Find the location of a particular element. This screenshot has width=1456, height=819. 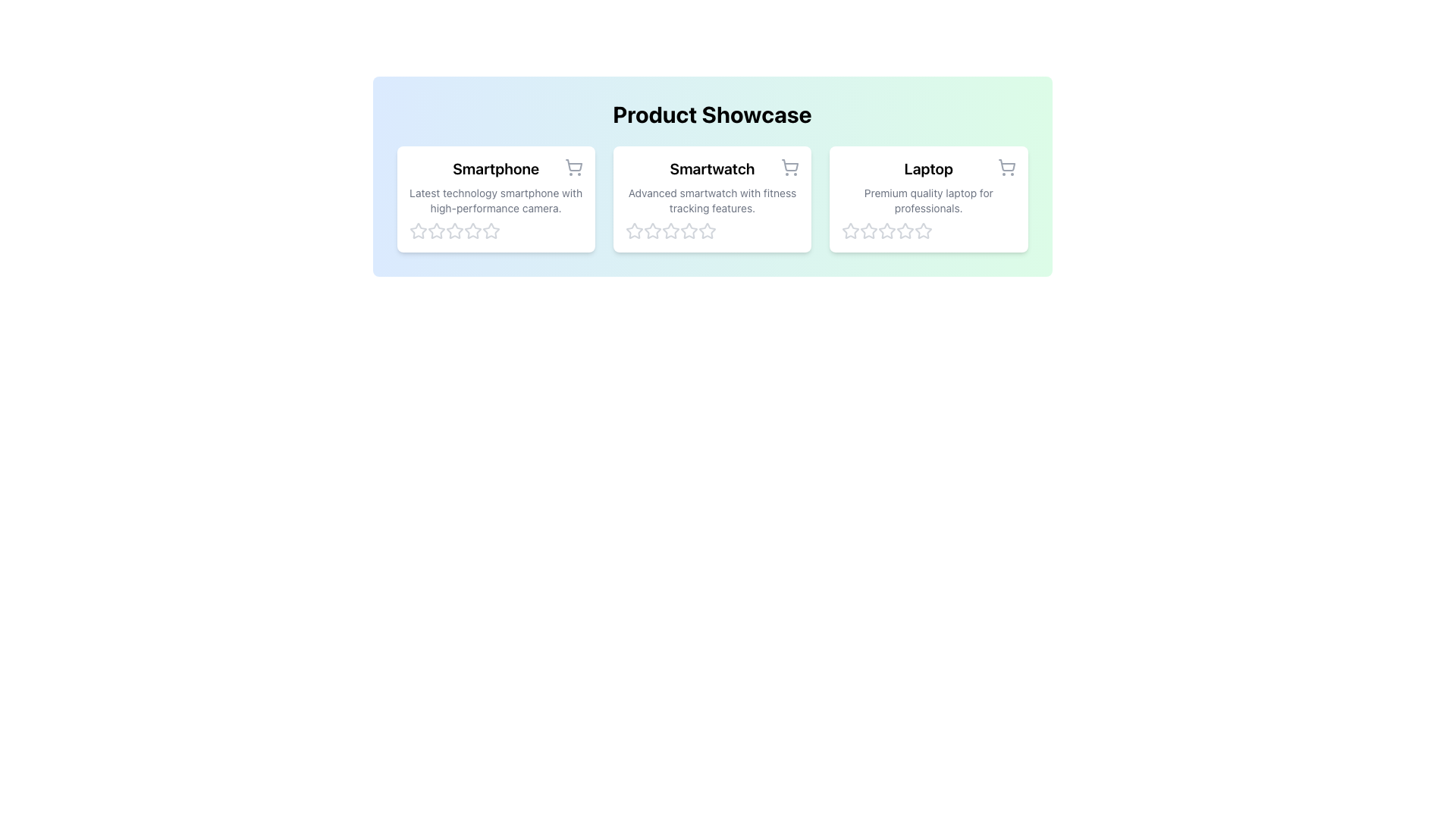

text providing additional information about the product 'Smartphone', located in the first product card below the title and above the star icons is located at coordinates (496, 200).